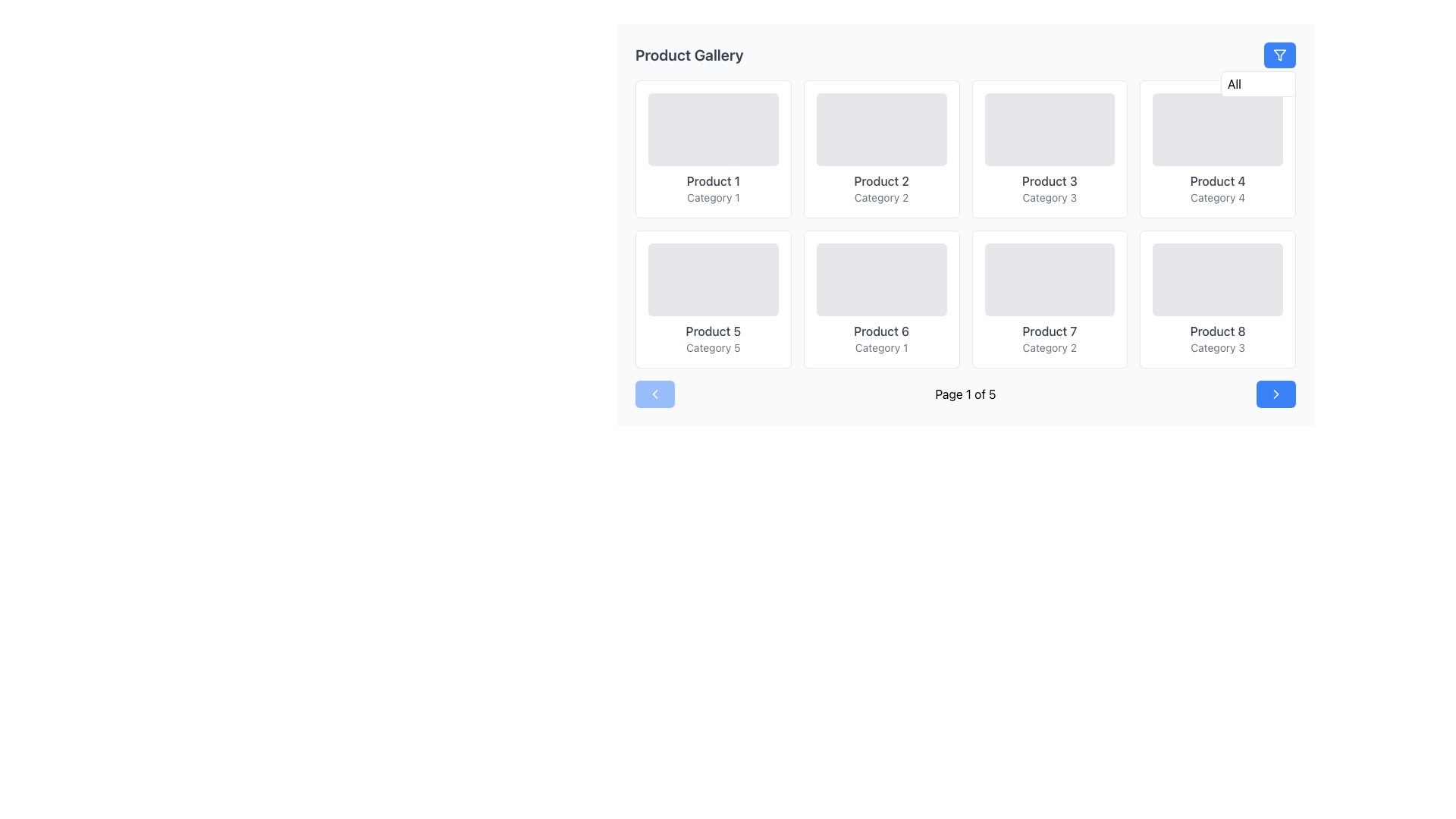 Image resolution: width=1456 pixels, height=819 pixels. Describe the element at coordinates (1276, 394) in the screenshot. I see `the right-facing chevron arrow icon in the bottom right navigation control` at that location.